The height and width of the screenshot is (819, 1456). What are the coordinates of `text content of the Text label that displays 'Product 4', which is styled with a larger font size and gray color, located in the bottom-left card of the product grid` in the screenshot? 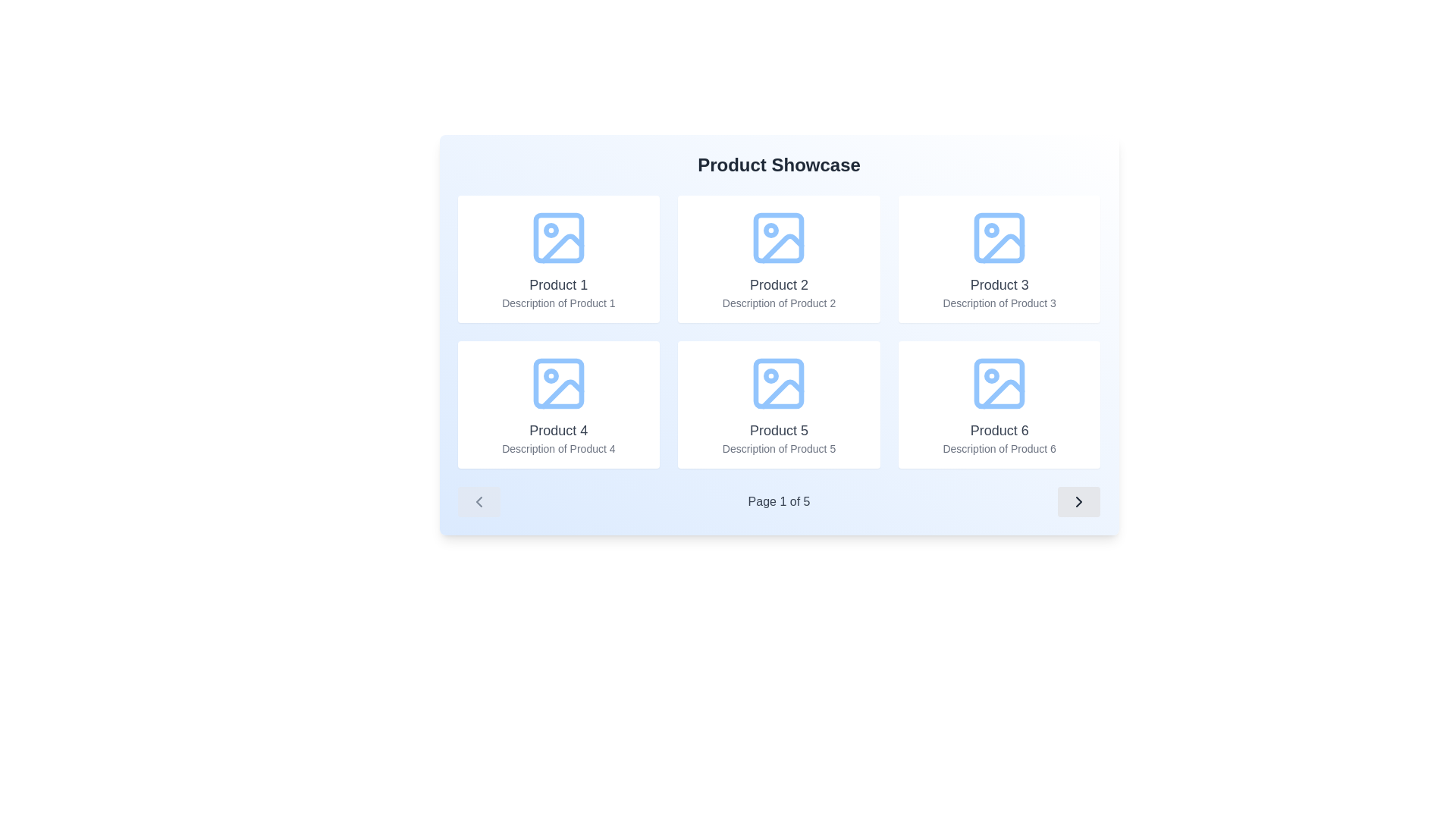 It's located at (557, 430).